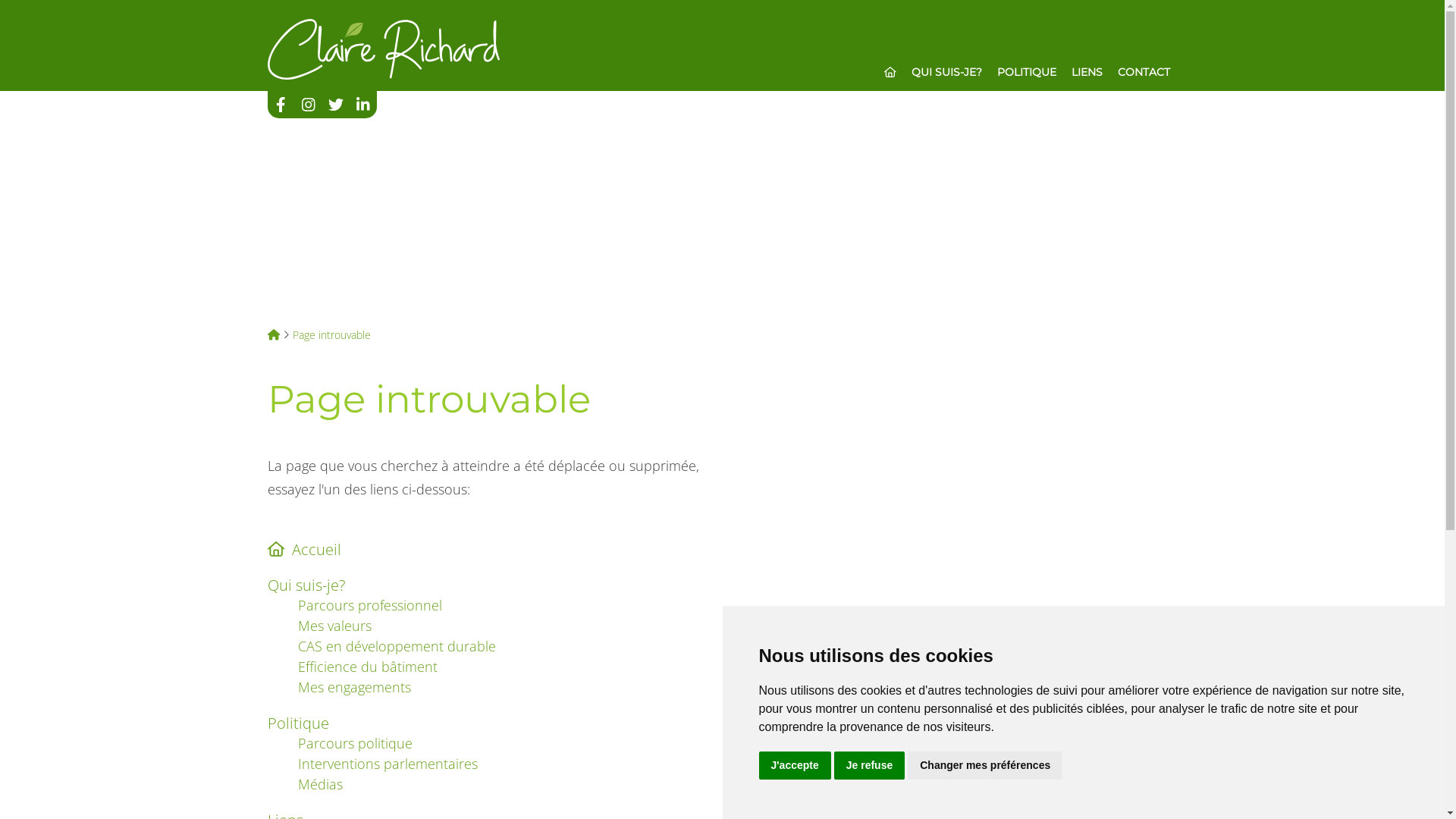 The height and width of the screenshot is (819, 1456). I want to click on 'Parcours politique', so click(353, 742).